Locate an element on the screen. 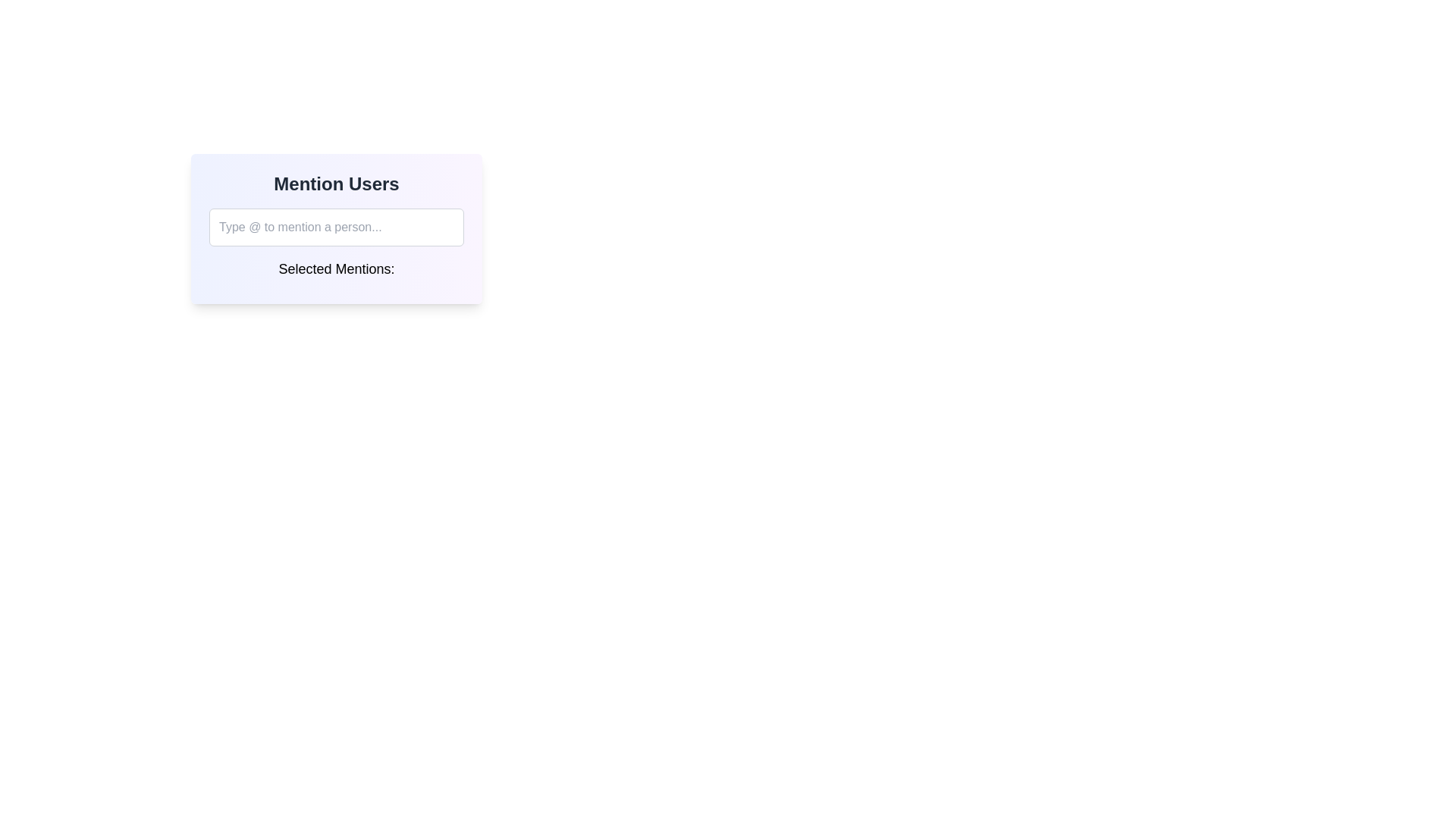  the textbox within the Interactive Panel to focus it for user input is located at coordinates (336, 228).